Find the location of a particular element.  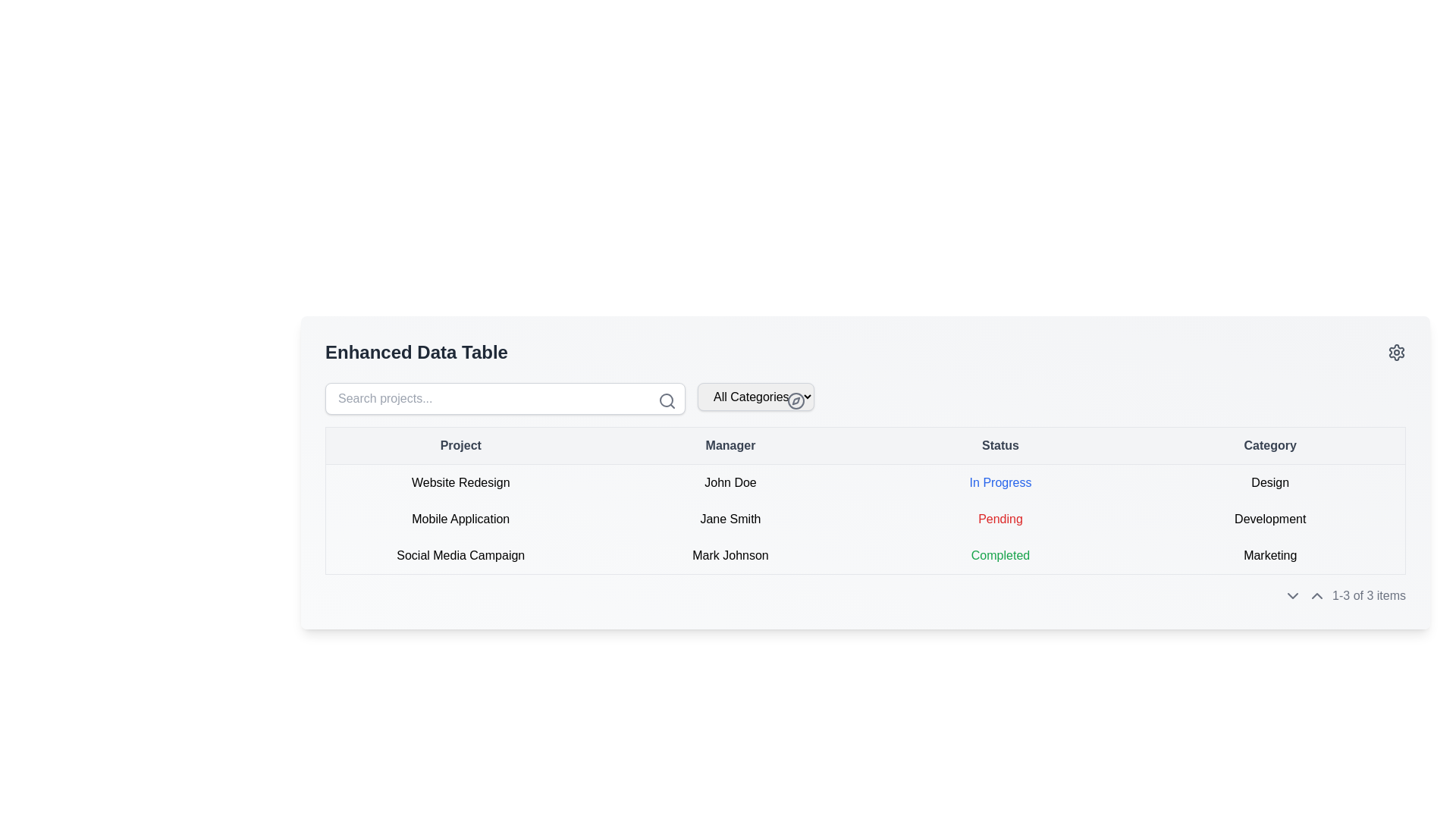

the gear-shaped icon button in the top-right corner of the Enhanced Data Table is located at coordinates (1396, 353).